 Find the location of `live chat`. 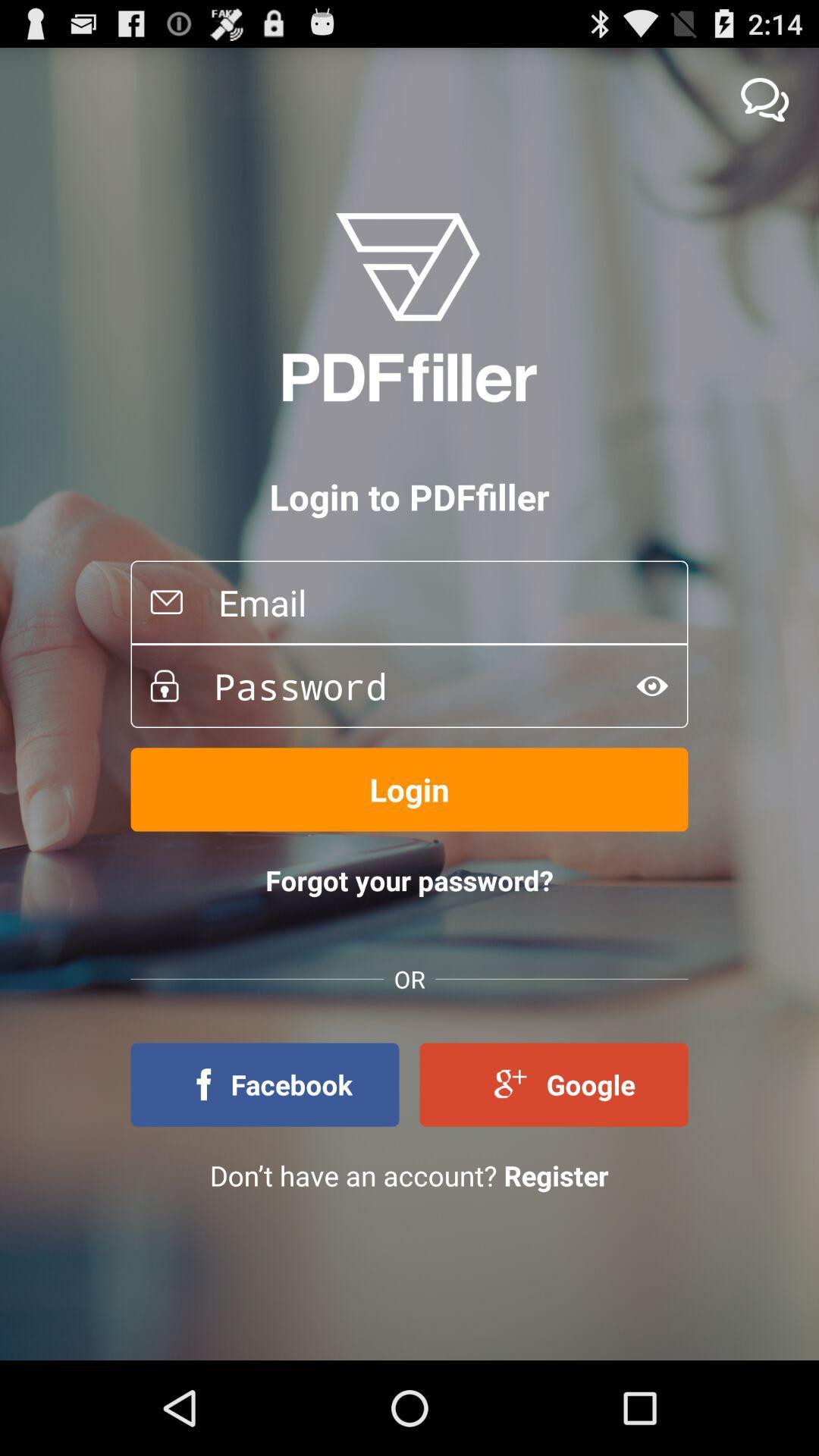

live chat is located at coordinates (764, 99).